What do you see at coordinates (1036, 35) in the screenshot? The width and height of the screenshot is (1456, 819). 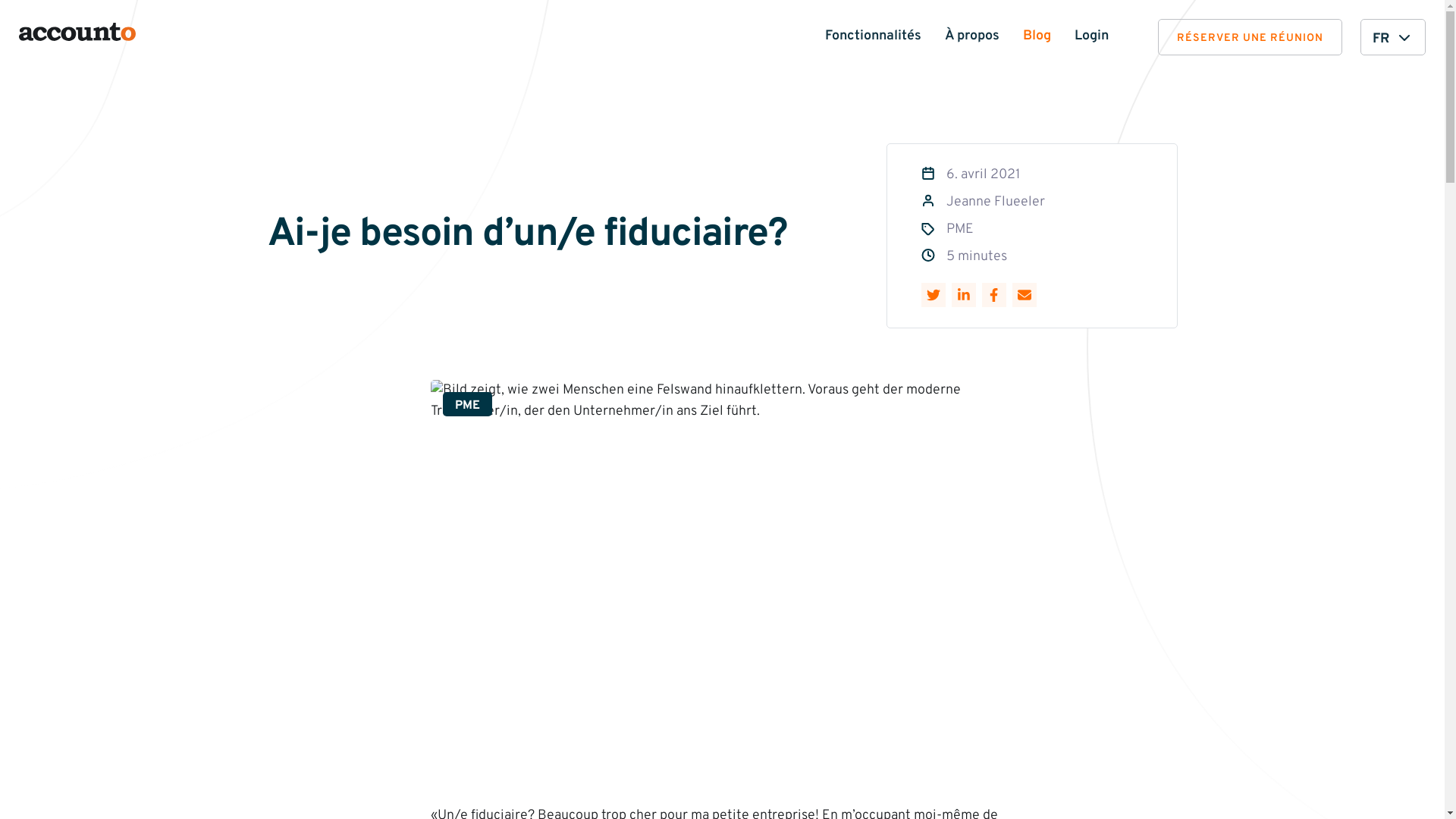 I see `'Blog'` at bounding box center [1036, 35].